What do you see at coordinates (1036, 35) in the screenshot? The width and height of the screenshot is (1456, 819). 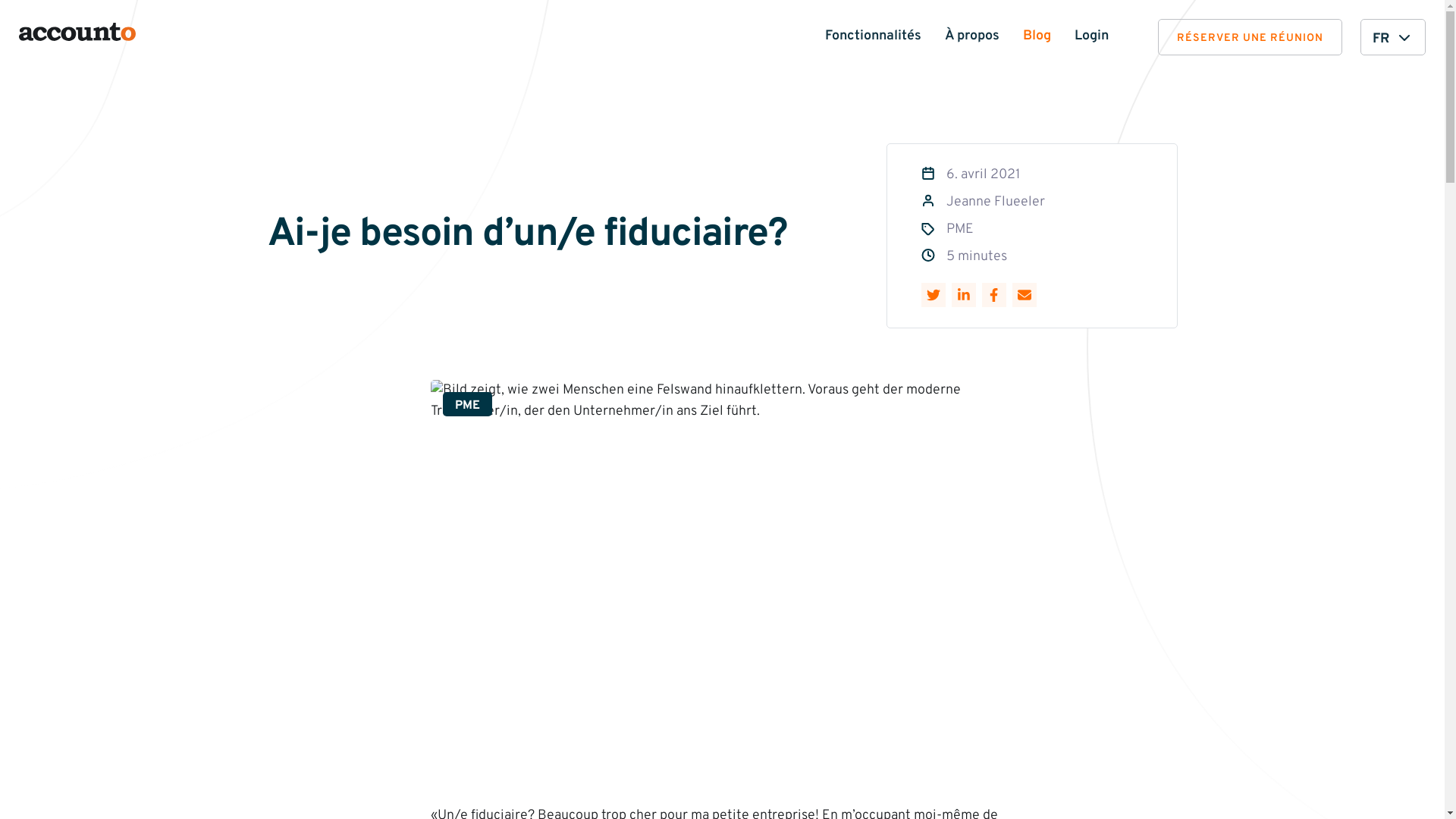 I see `'Blog'` at bounding box center [1036, 35].